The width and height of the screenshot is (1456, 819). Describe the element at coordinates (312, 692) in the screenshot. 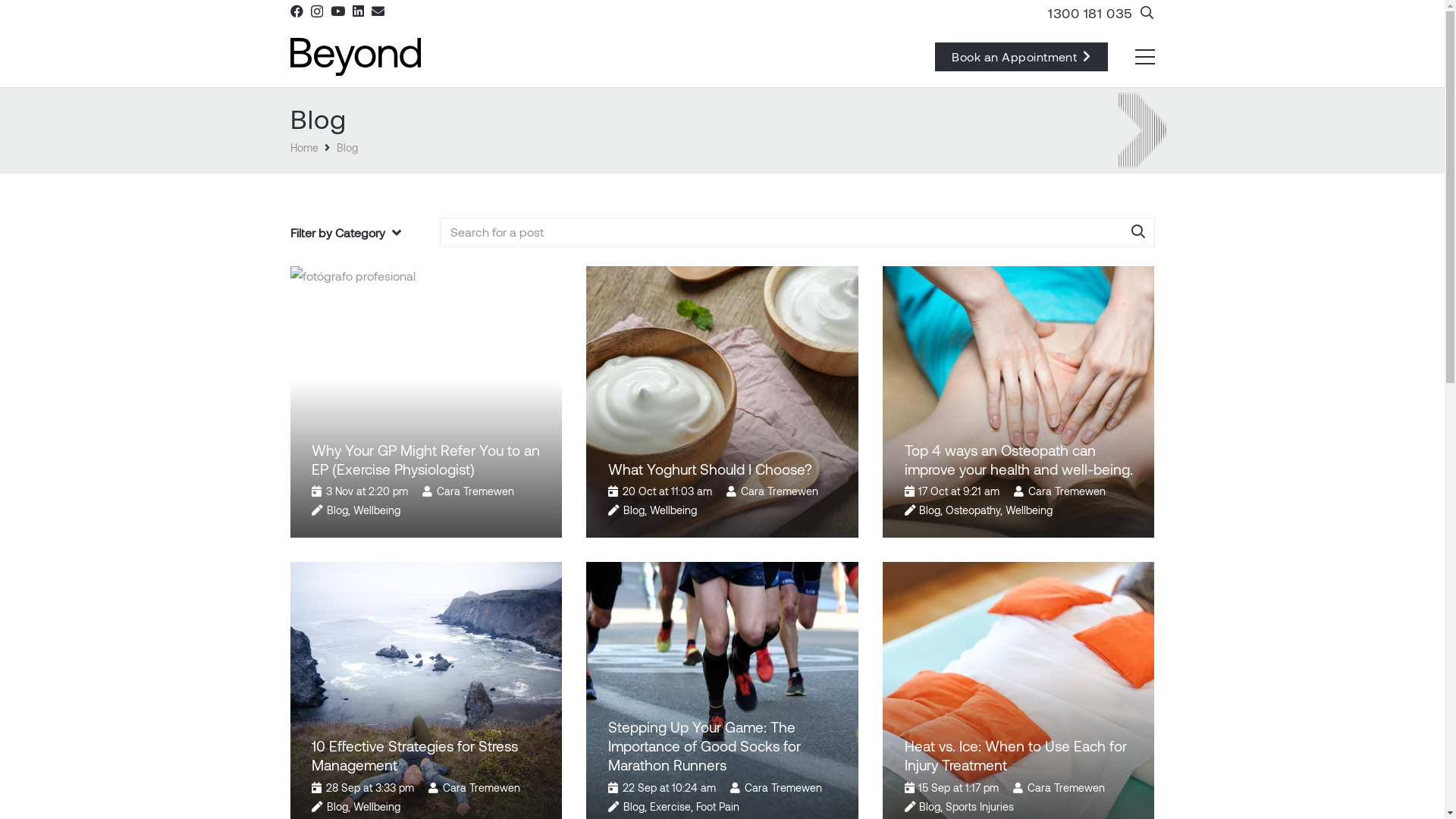

I see `'Our team'` at that location.